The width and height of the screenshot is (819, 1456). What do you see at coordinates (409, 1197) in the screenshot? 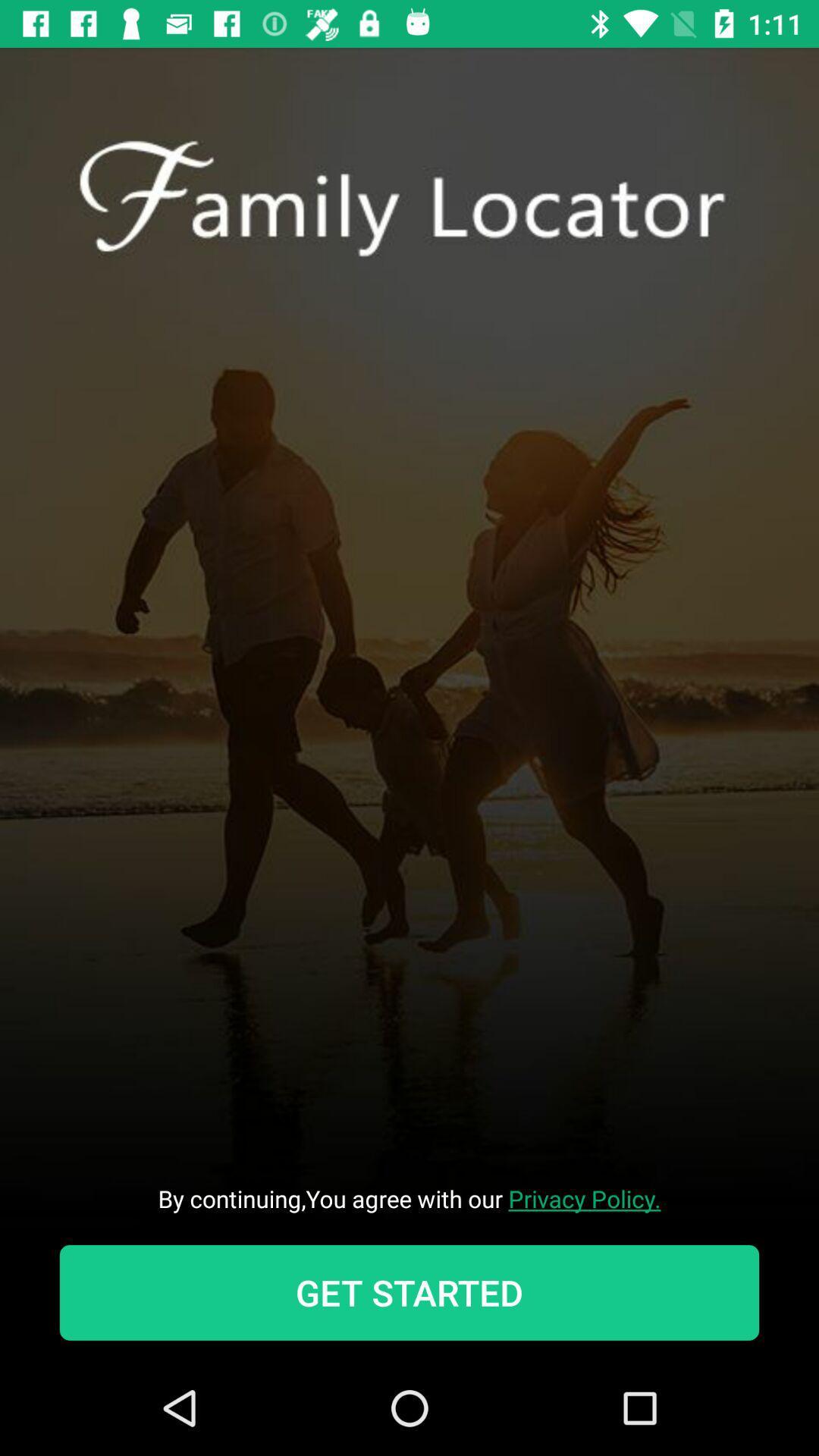
I see `by continuing you` at bounding box center [409, 1197].